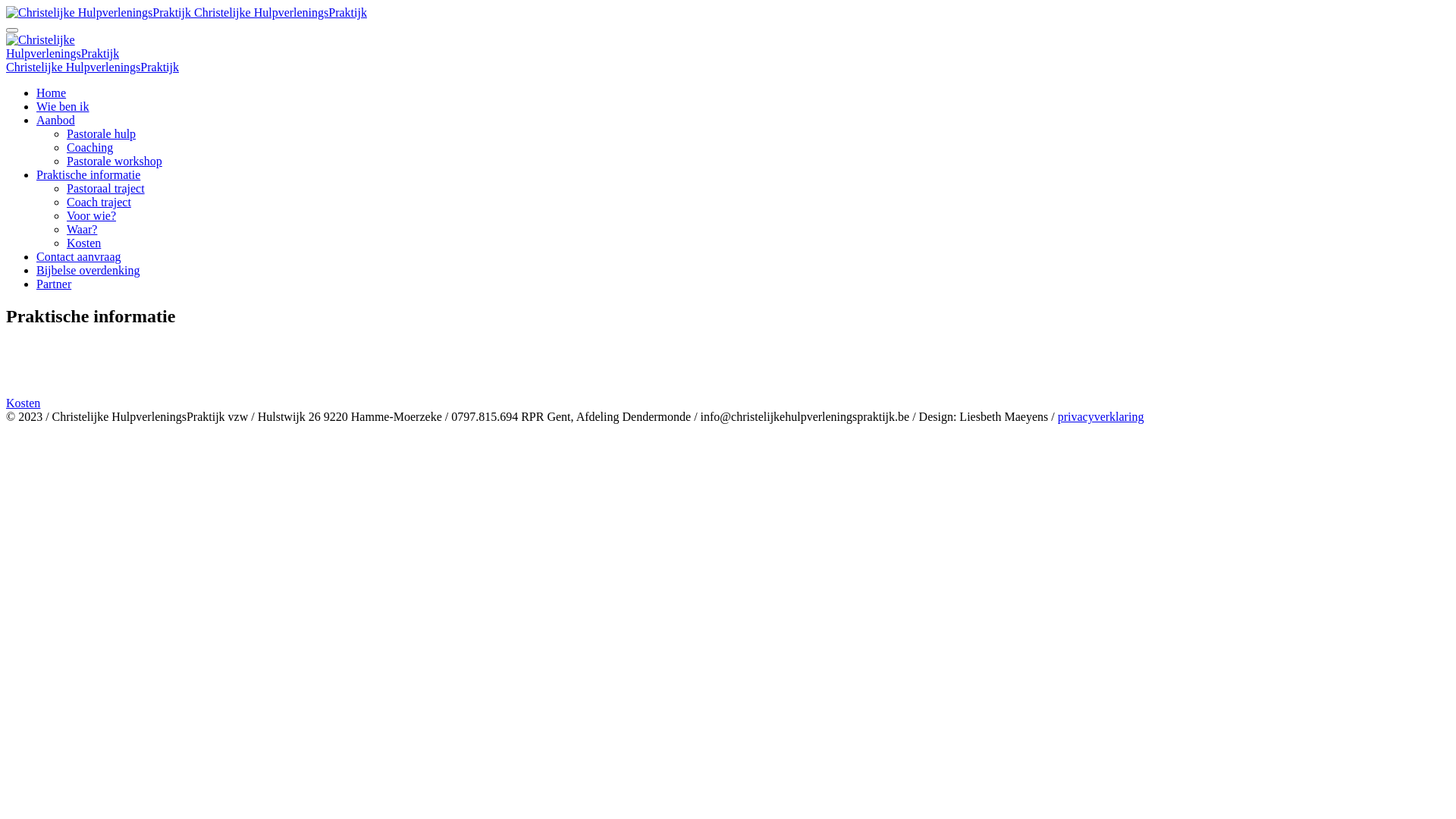 Image resolution: width=1456 pixels, height=819 pixels. I want to click on 'Home', so click(36, 93).